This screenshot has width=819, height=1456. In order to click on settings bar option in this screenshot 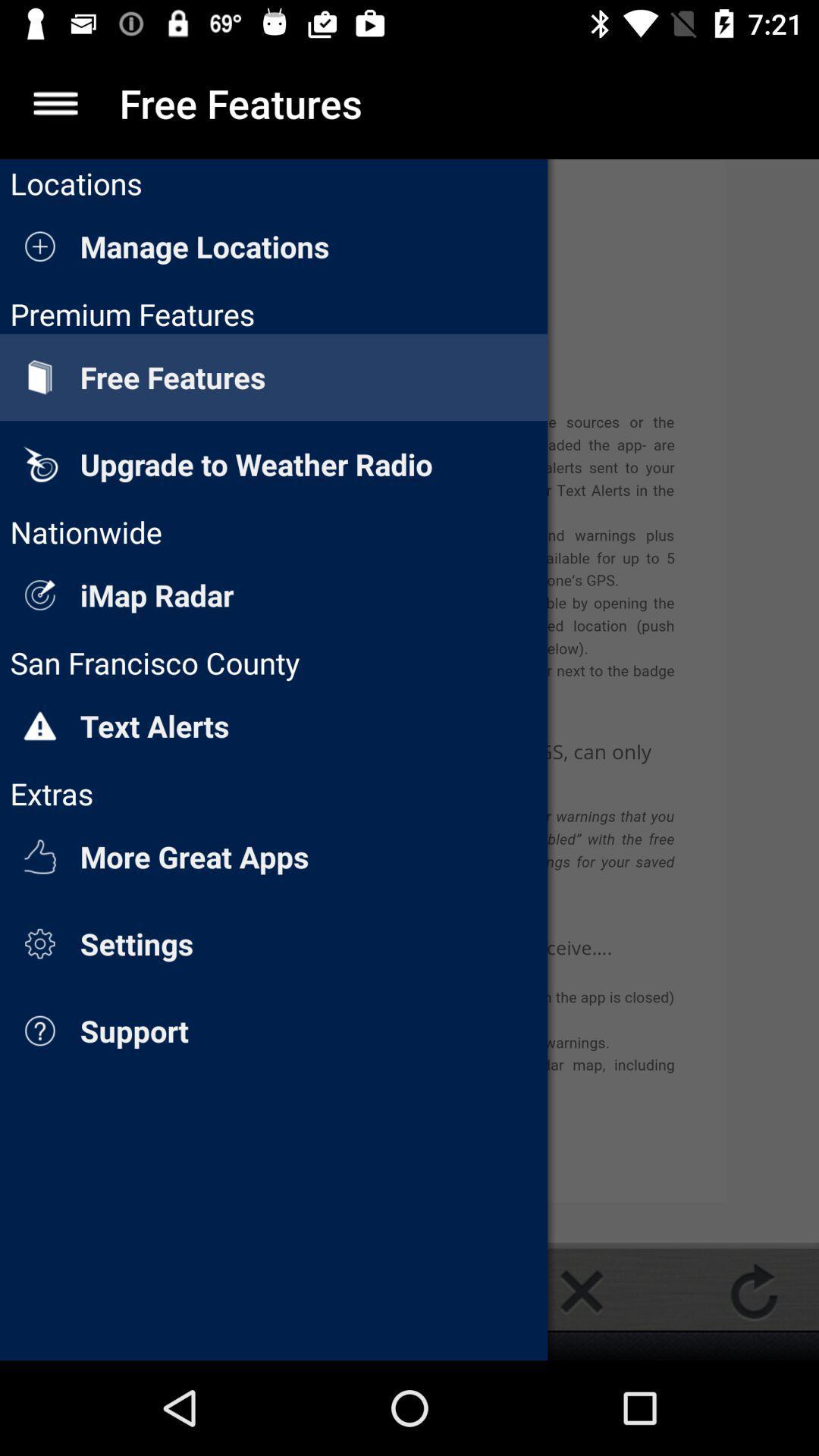, I will do `click(55, 102)`.